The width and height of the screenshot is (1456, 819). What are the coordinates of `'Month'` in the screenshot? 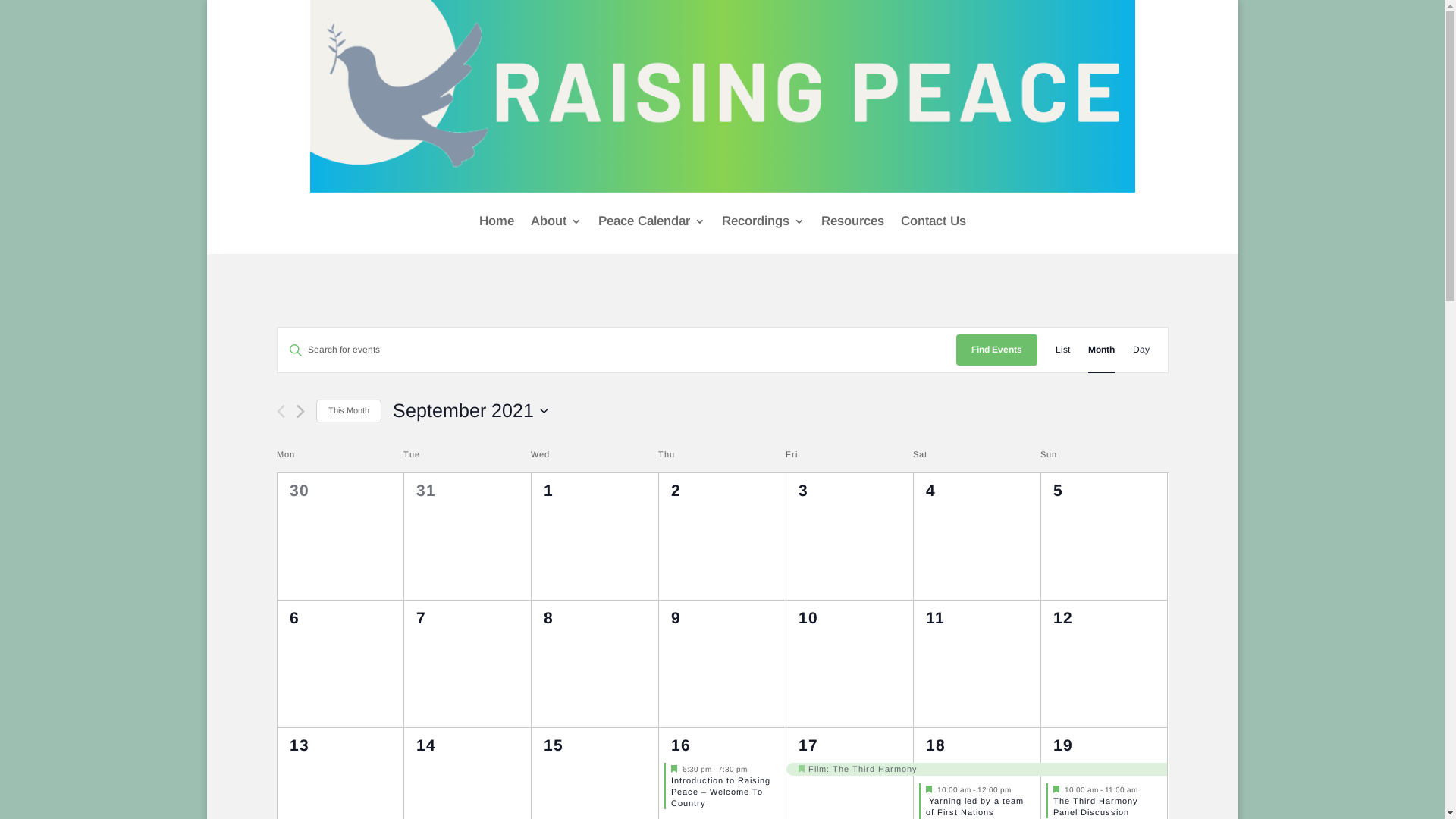 It's located at (1100, 350).